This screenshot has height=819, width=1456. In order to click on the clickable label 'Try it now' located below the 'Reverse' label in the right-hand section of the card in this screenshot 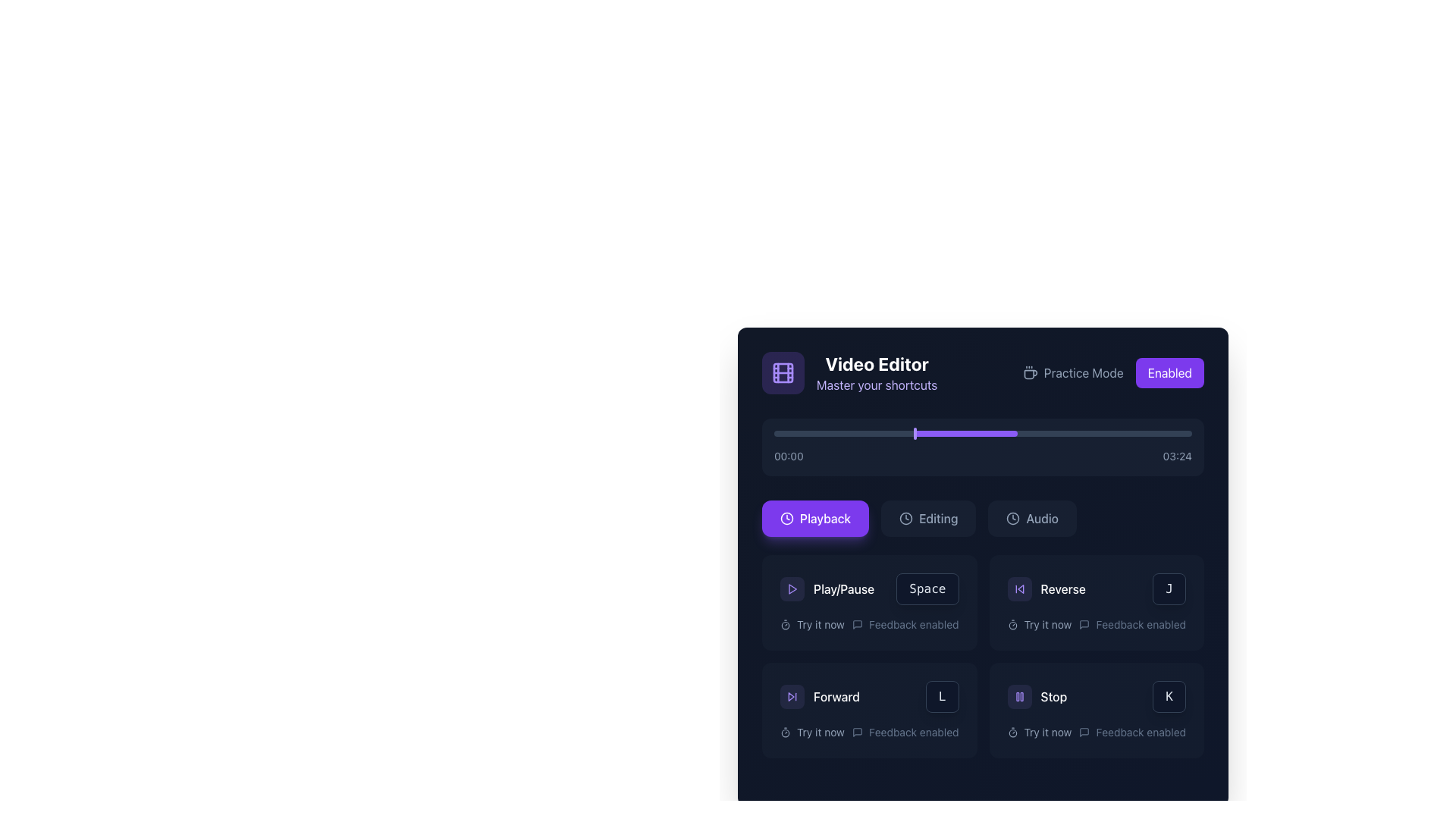, I will do `click(1046, 625)`.